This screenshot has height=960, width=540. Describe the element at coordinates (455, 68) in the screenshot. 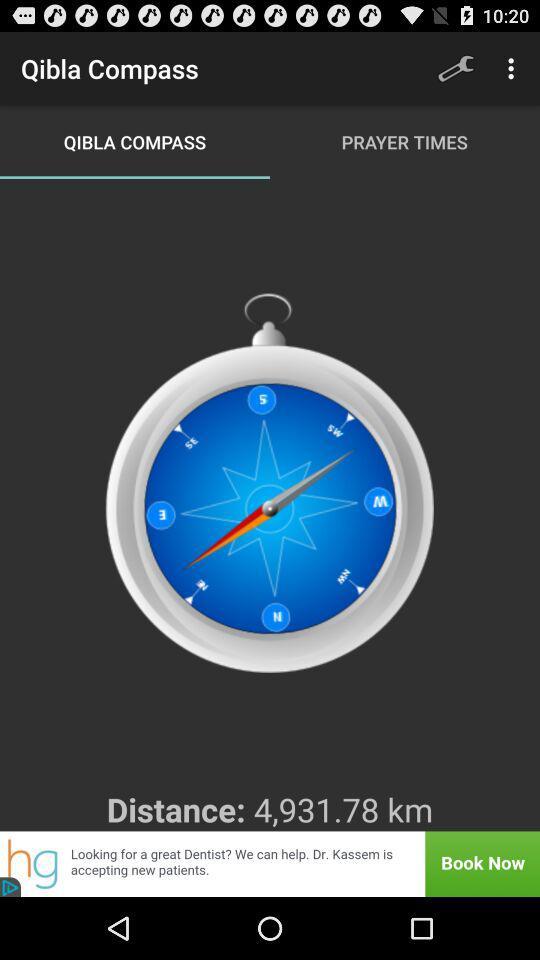

I see `item to the right of the qibla compass app` at that location.